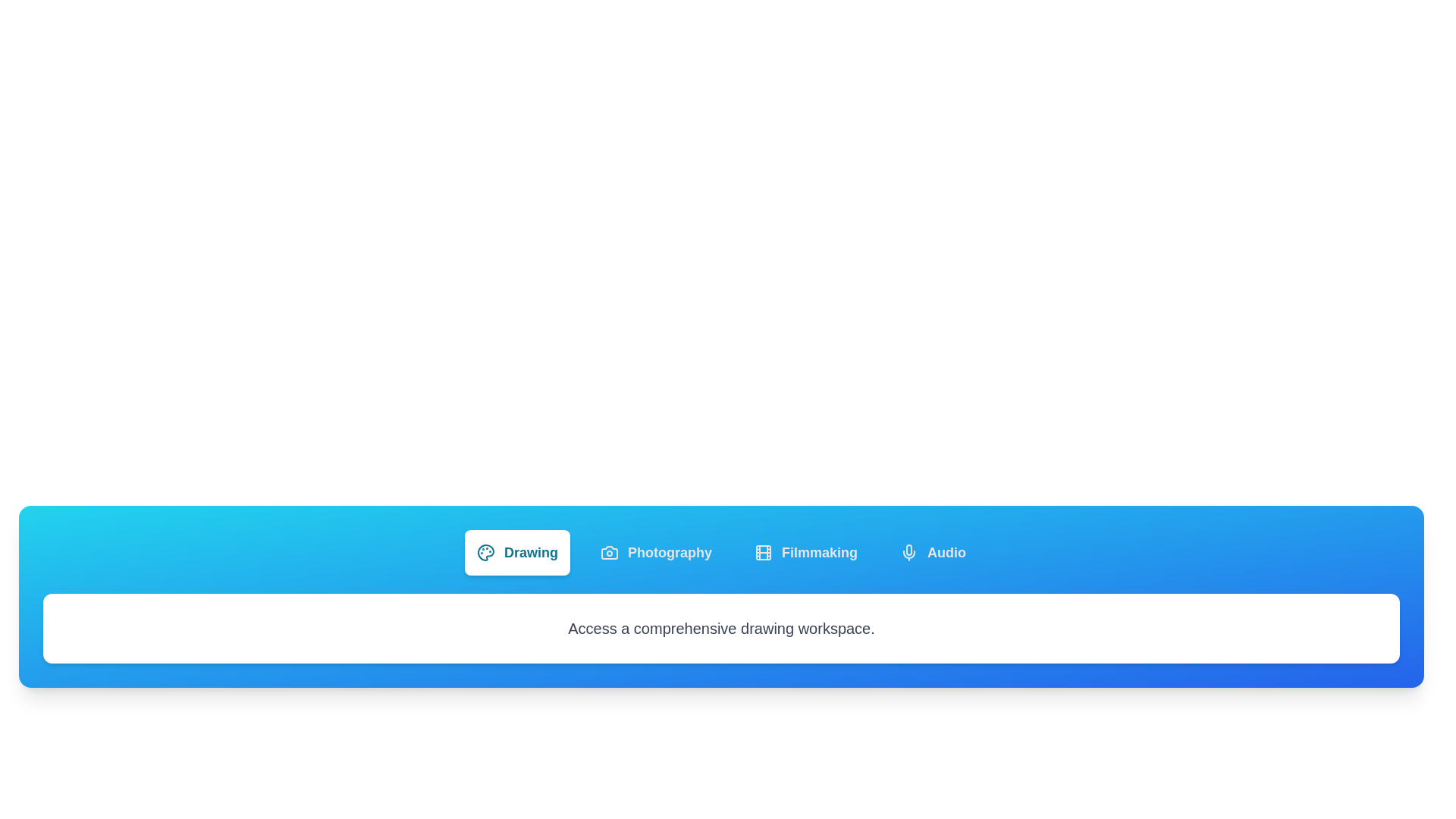  What do you see at coordinates (932, 553) in the screenshot?
I see `the Audio tab` at bounding box center [932, 553].